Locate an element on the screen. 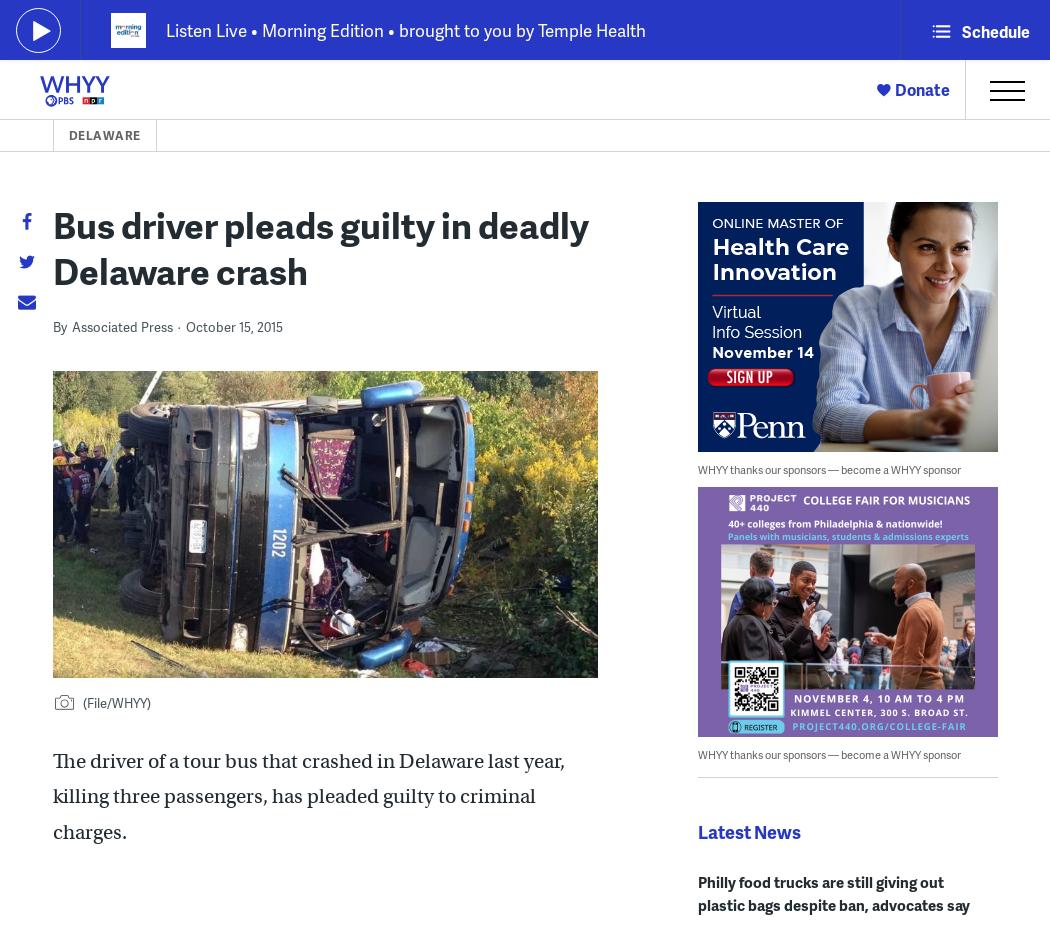 This screenshot has height=927, width=1050. 'Delaware' is located at coordinates (103, 134).